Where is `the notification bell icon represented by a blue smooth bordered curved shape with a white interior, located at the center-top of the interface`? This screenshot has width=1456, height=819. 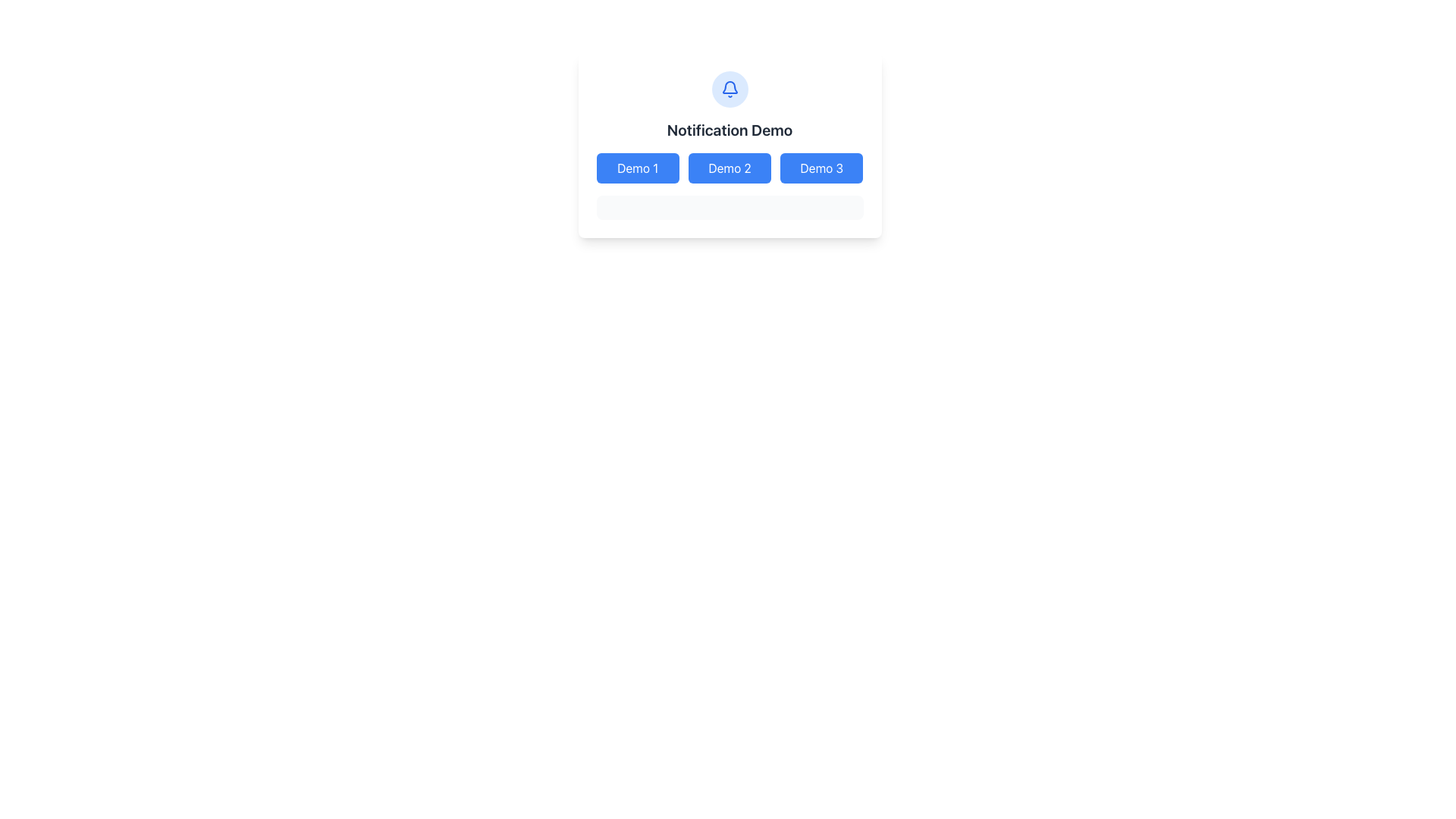
the notification bell icon represented by a blue smooth bordered curved shape with a white interior, located at the center-top of the interface is located at coordinates (730, 87).